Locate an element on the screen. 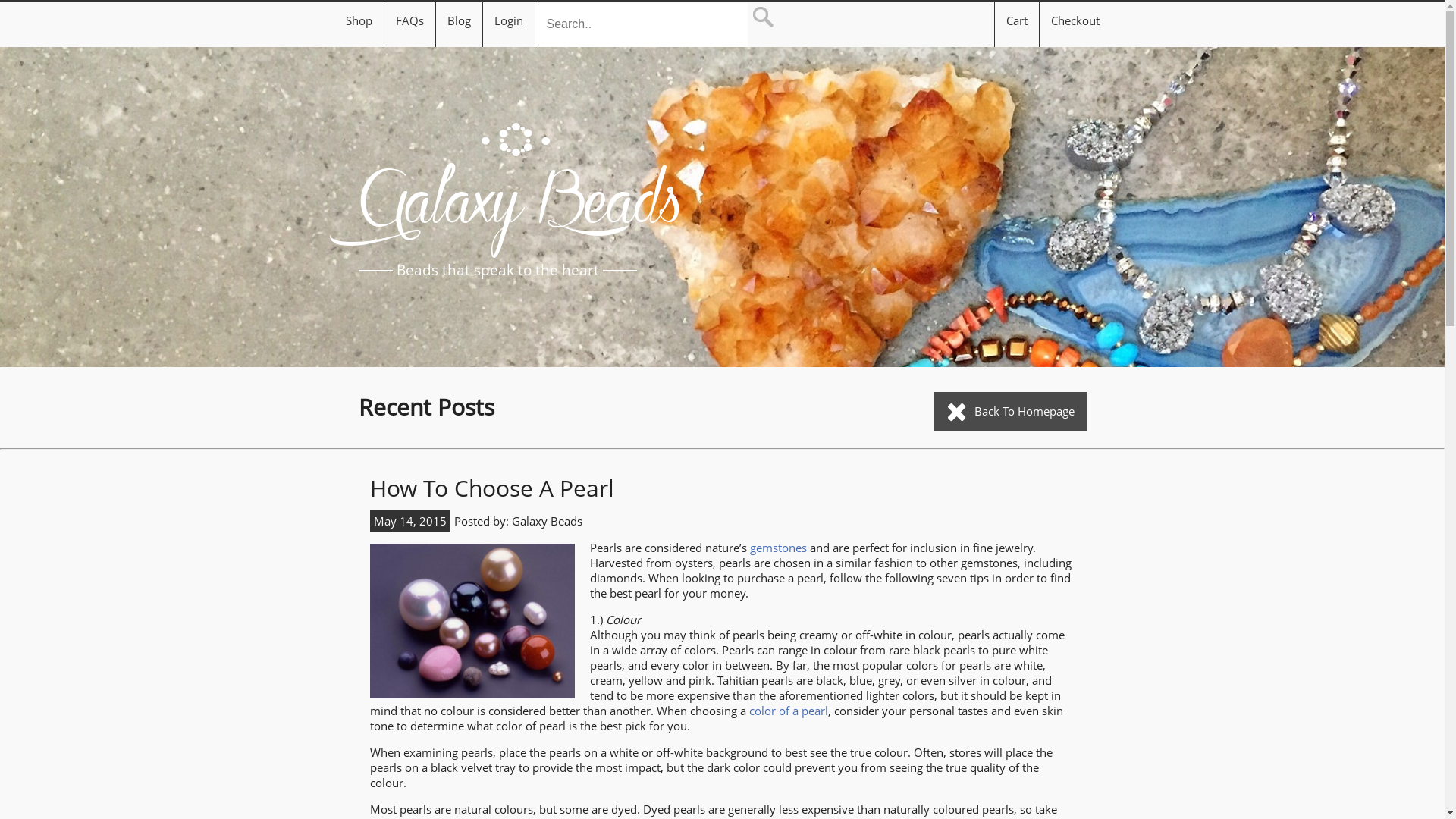 This screenshot has height=819, width=1456. 'Shop' is located at coordinates (358, 20).